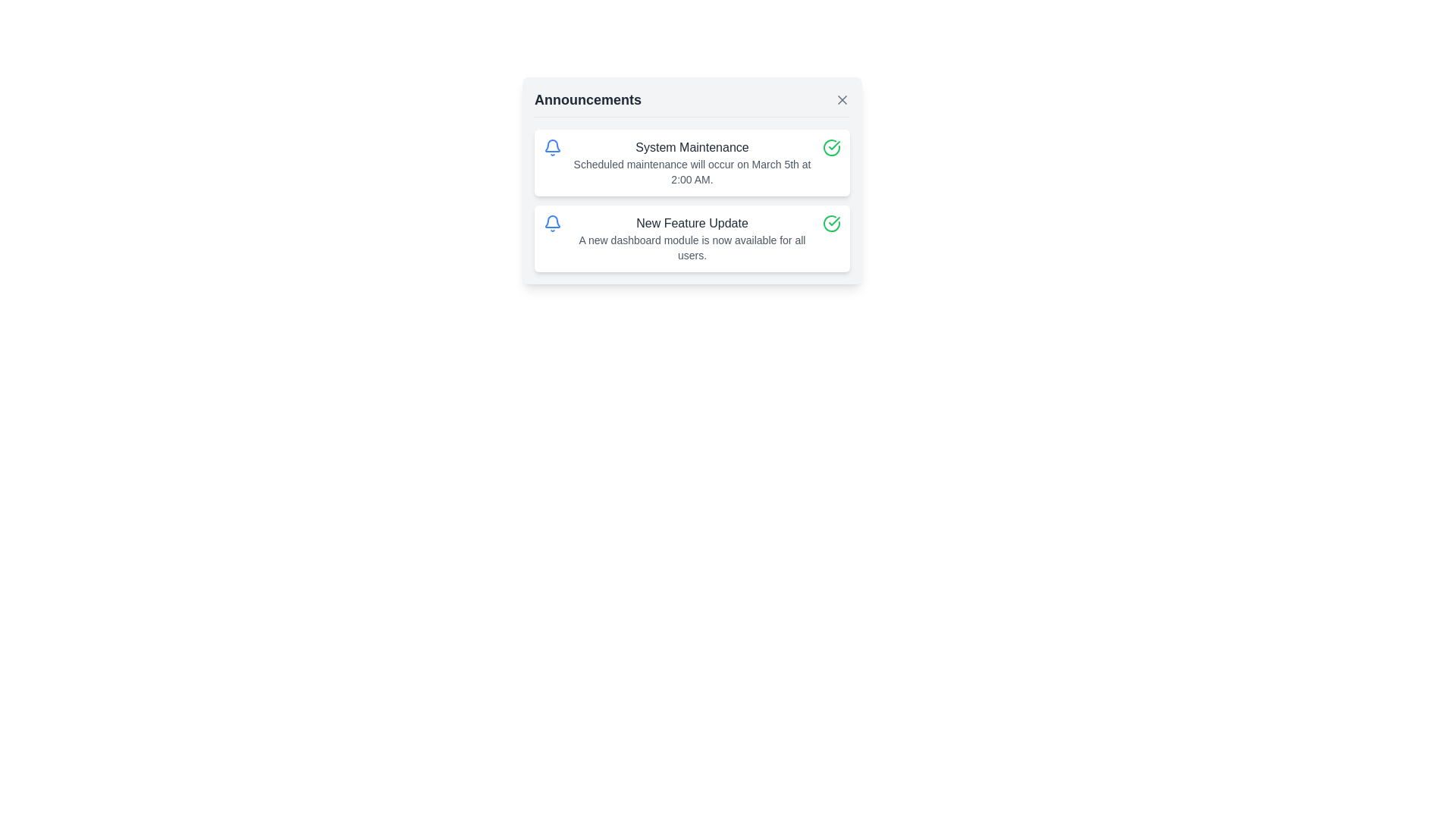 The width and height of the screenshot is (1456, 819). Describe the element at coordinates (841, 99) in the screenshot. I see `the close button located in the top-right corner of the 'Announcements' header box to change its appearance` at that location.